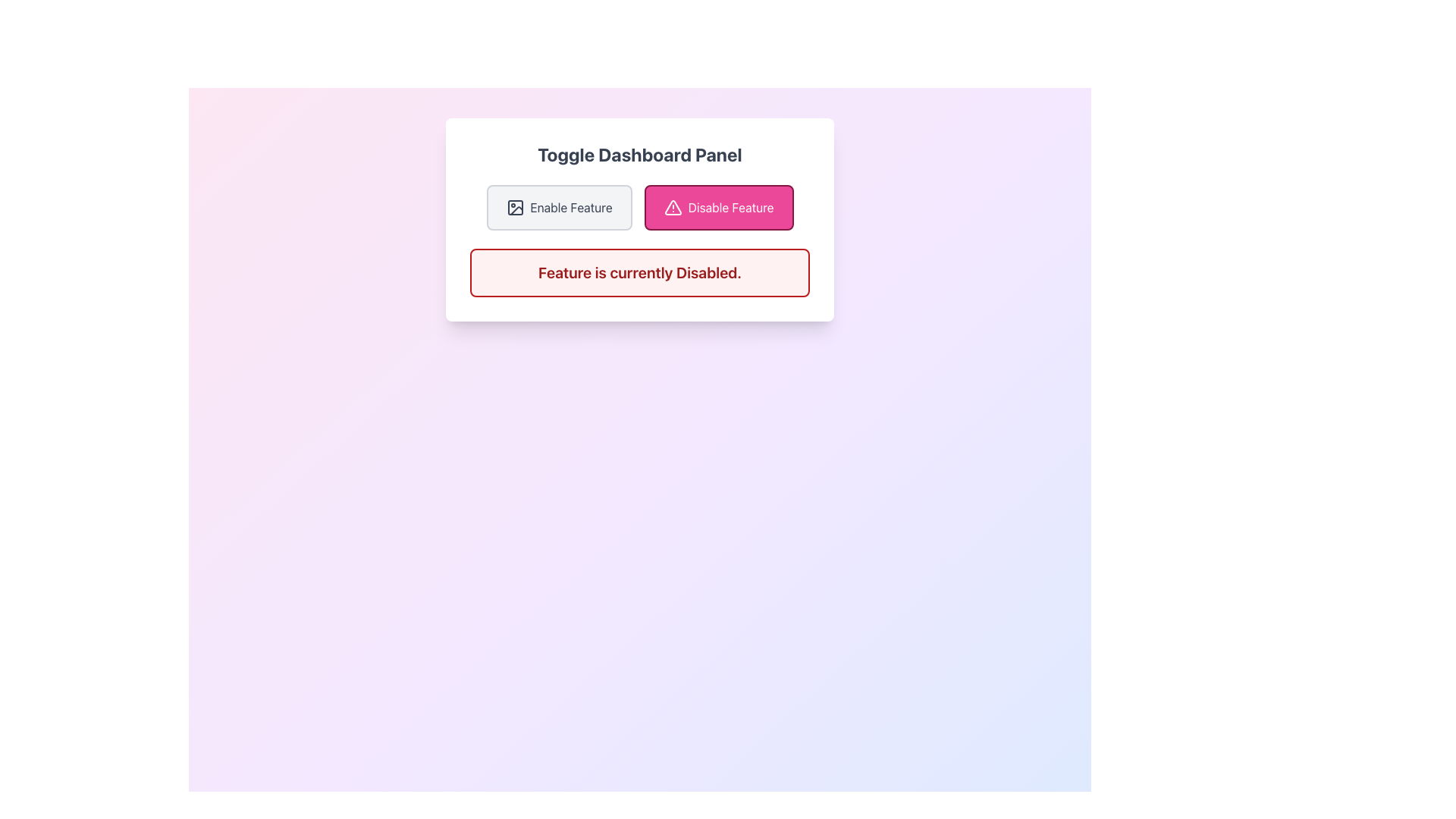 The width and height of the screenshot is (1456, 819). What do you see at coordinates (640, 155) in the screenshot?
I see `text label that serves as the title for the dashboard control panel, located at the top of the interface's card component above the 'Enable Feature' and 'Disable Feature' buttons` at bounding box center [640, 155].